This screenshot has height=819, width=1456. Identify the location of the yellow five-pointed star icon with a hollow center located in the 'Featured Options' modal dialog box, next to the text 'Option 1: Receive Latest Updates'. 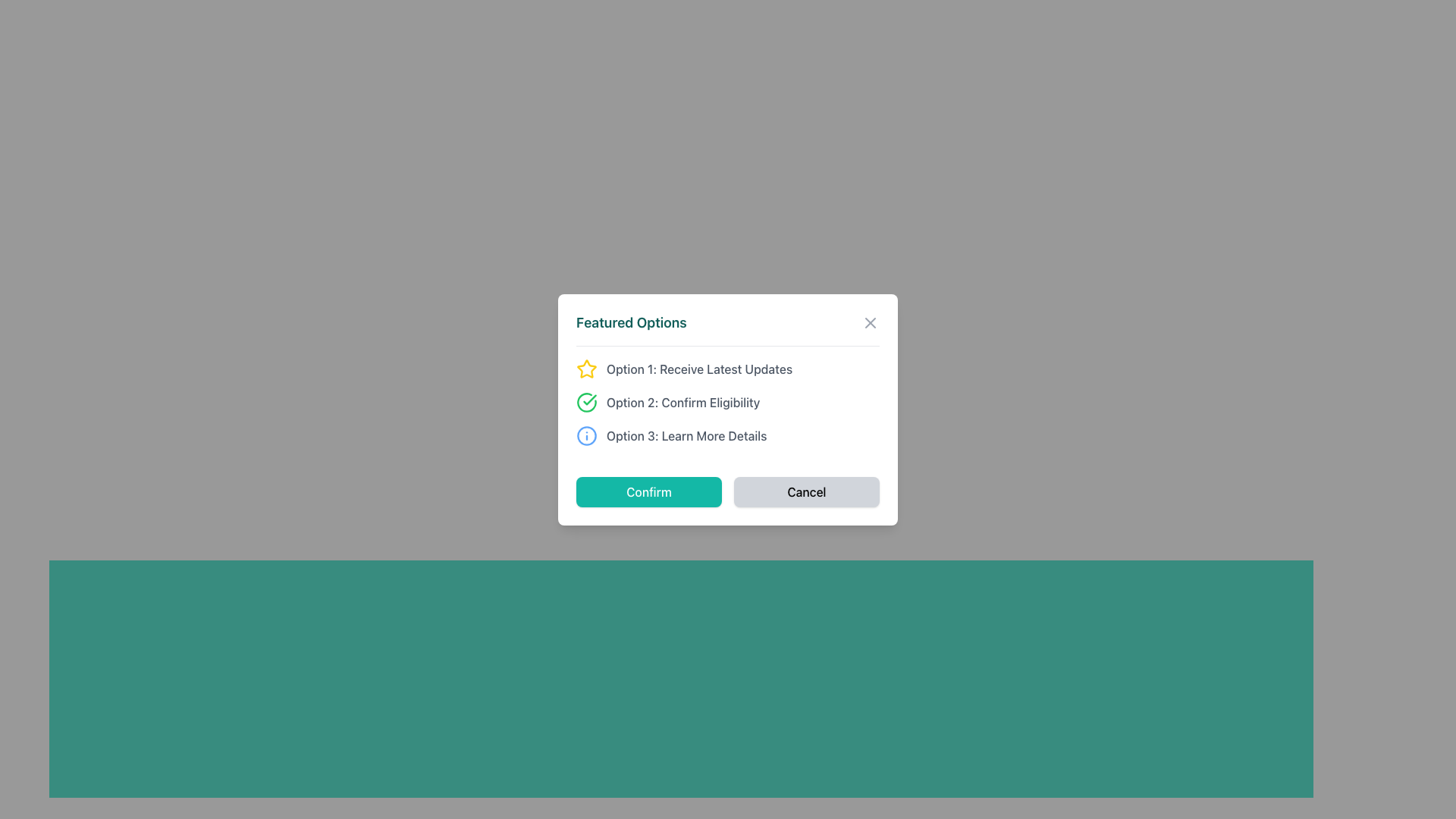
(585, 369).